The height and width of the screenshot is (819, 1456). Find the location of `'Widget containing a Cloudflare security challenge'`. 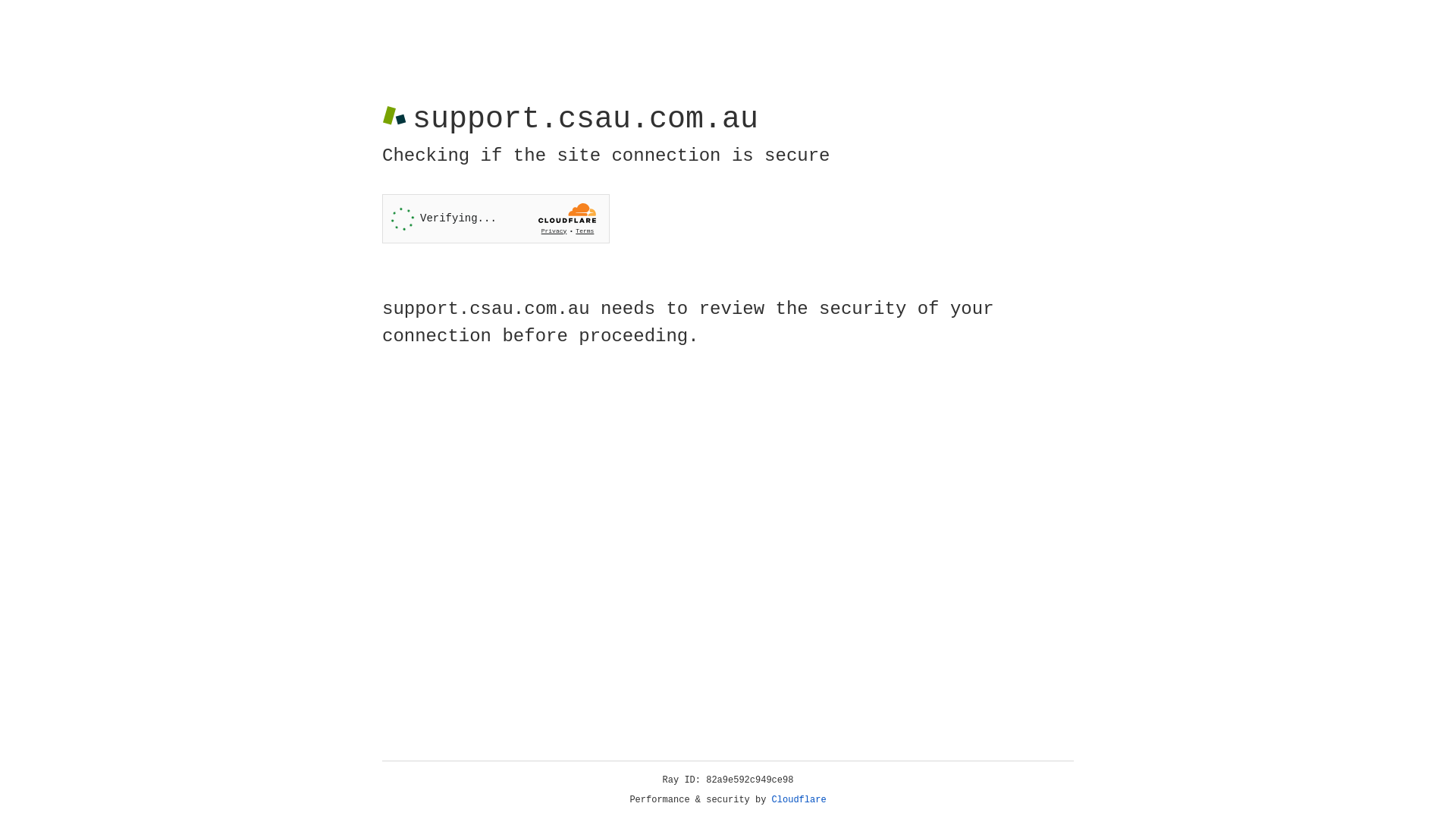

'Widget containing a Cloudflare security challenge' is located at coordinates (495, 218).